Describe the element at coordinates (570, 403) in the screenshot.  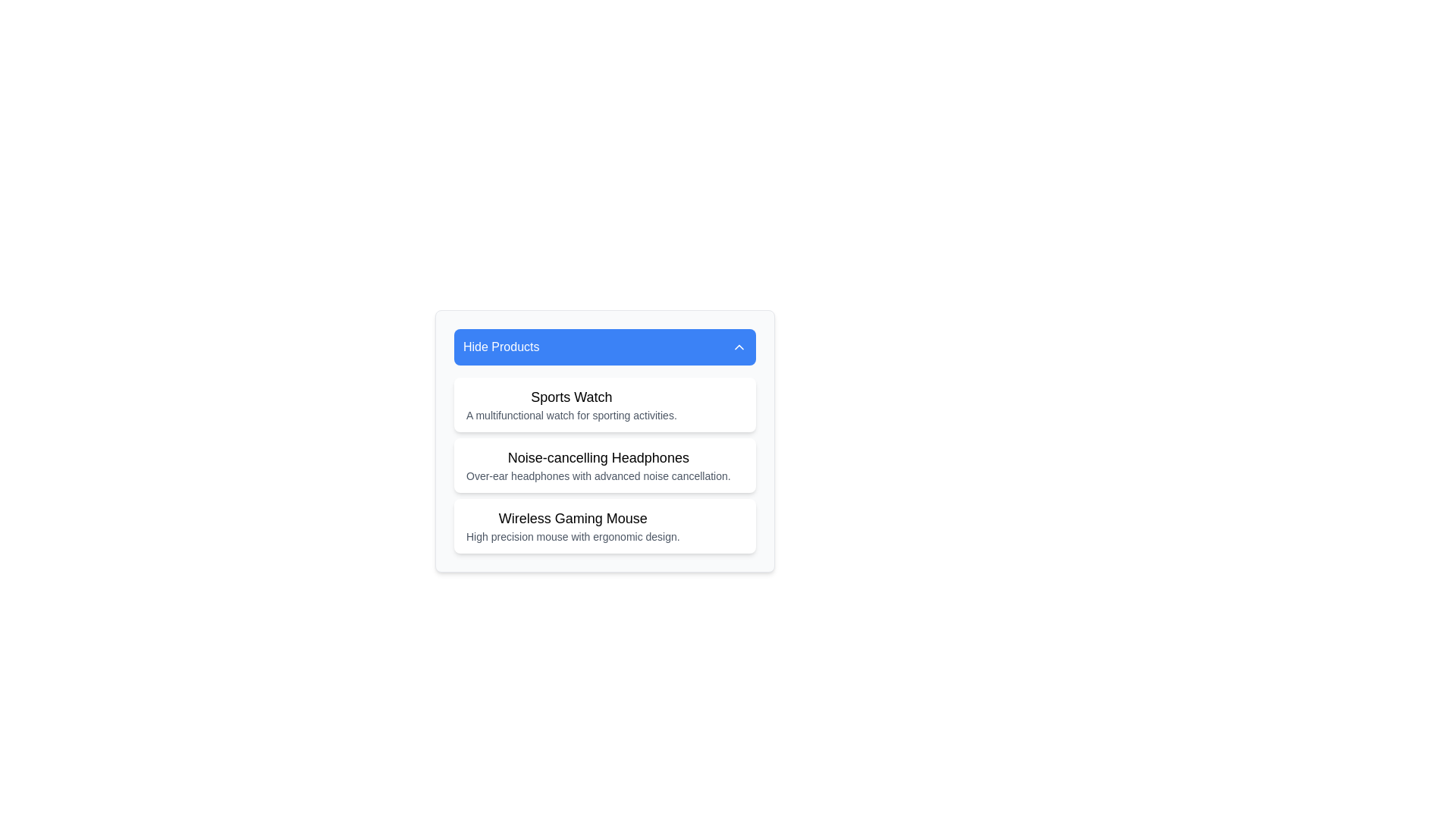
I see `the text content display that serves as a description block for a product, located in the card under the blue header 'Hide Products.'` at that location.